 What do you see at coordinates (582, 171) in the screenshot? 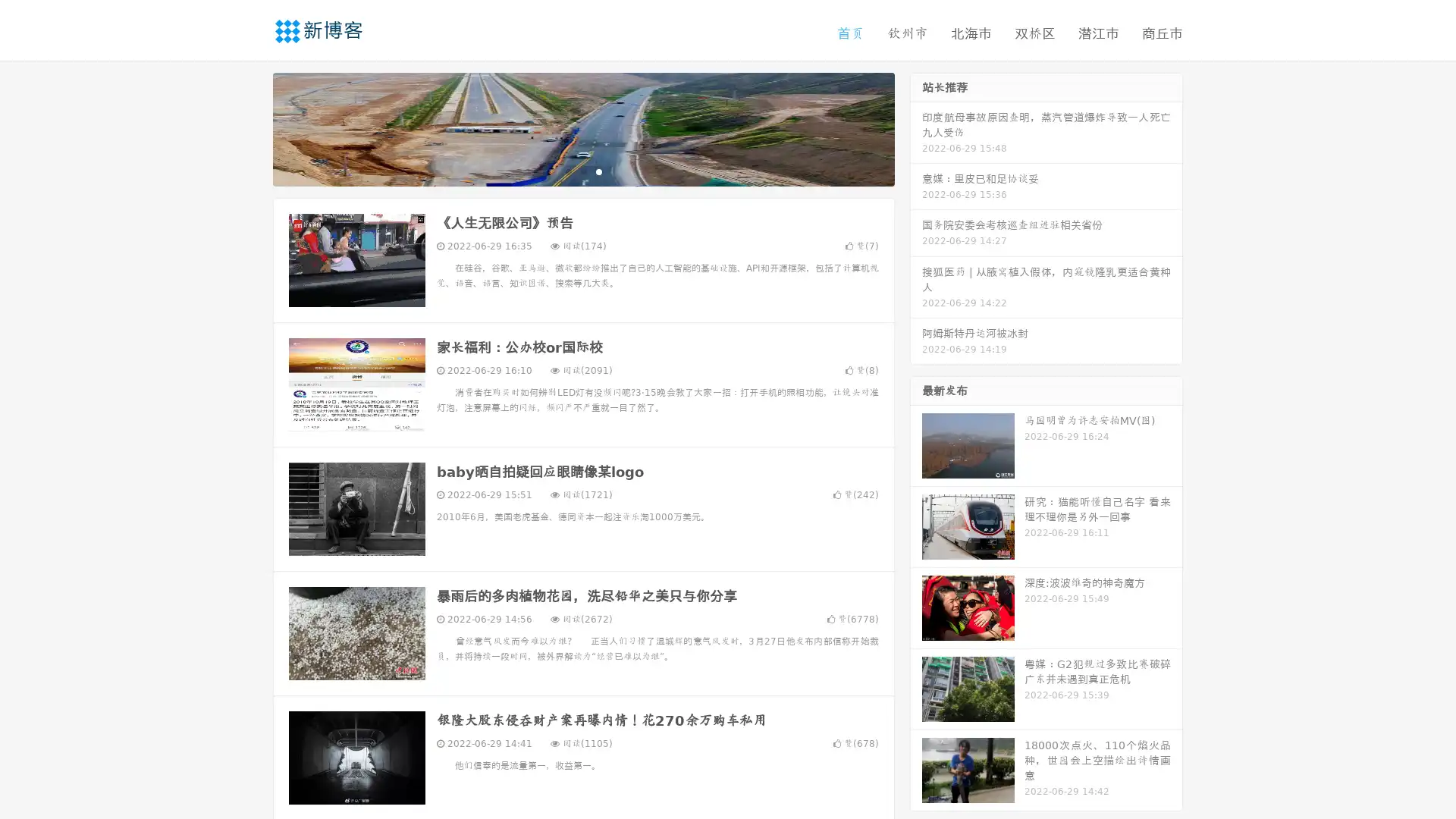
I see `Go to slide 2` at bounding box center [582, 171].